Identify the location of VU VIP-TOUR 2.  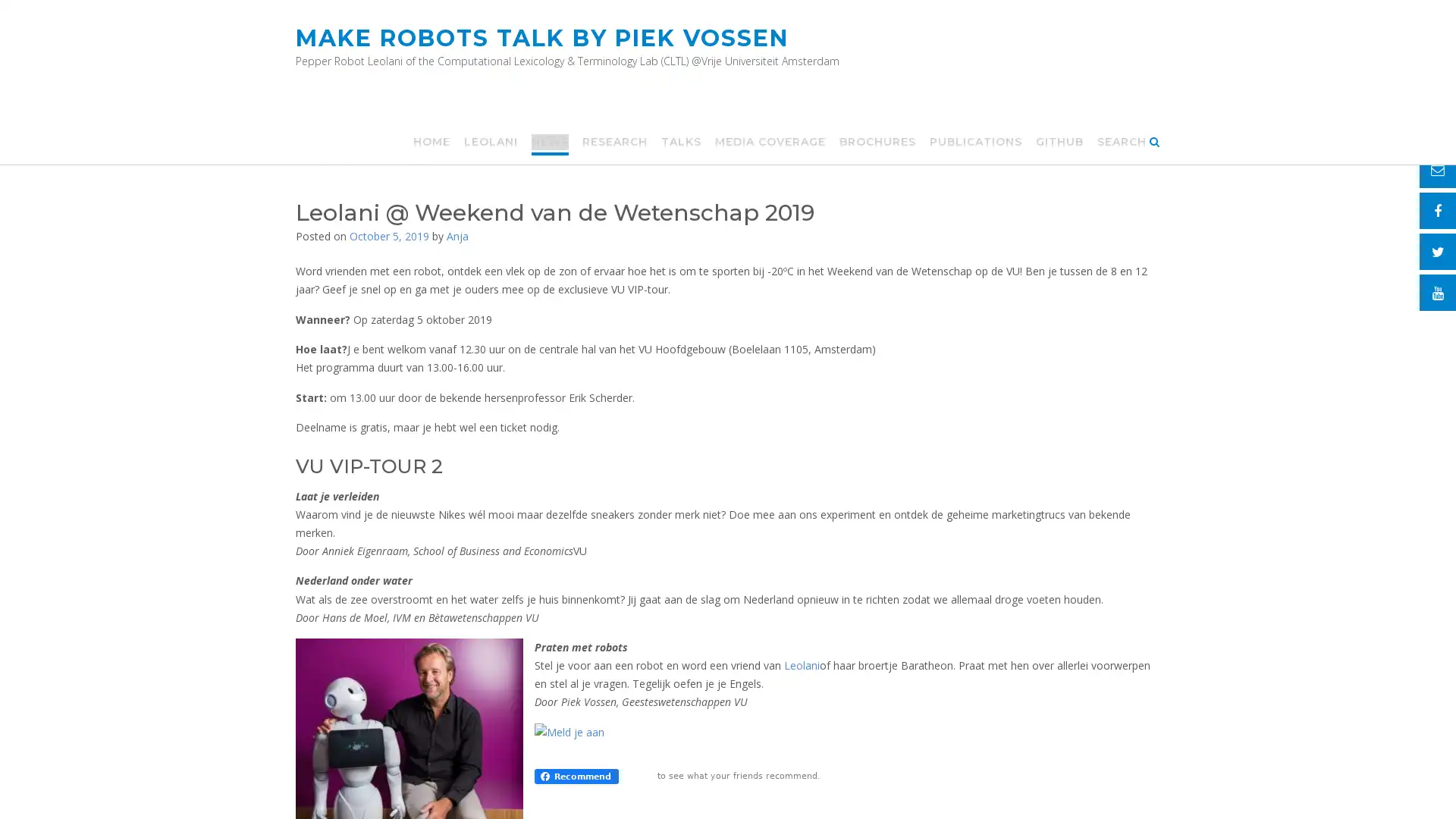
(369, 464).